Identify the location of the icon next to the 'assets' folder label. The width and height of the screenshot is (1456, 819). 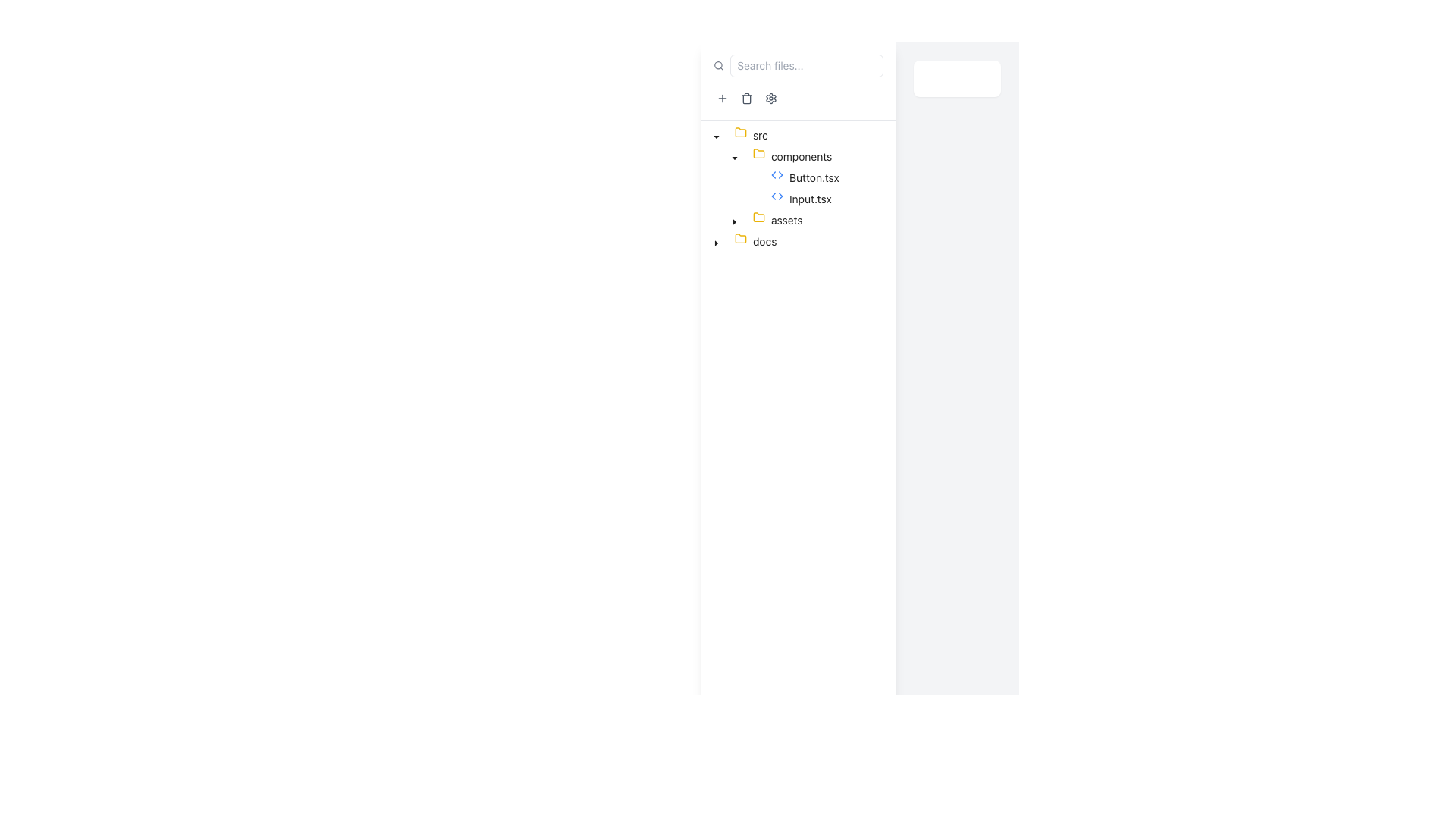
(735, 222).